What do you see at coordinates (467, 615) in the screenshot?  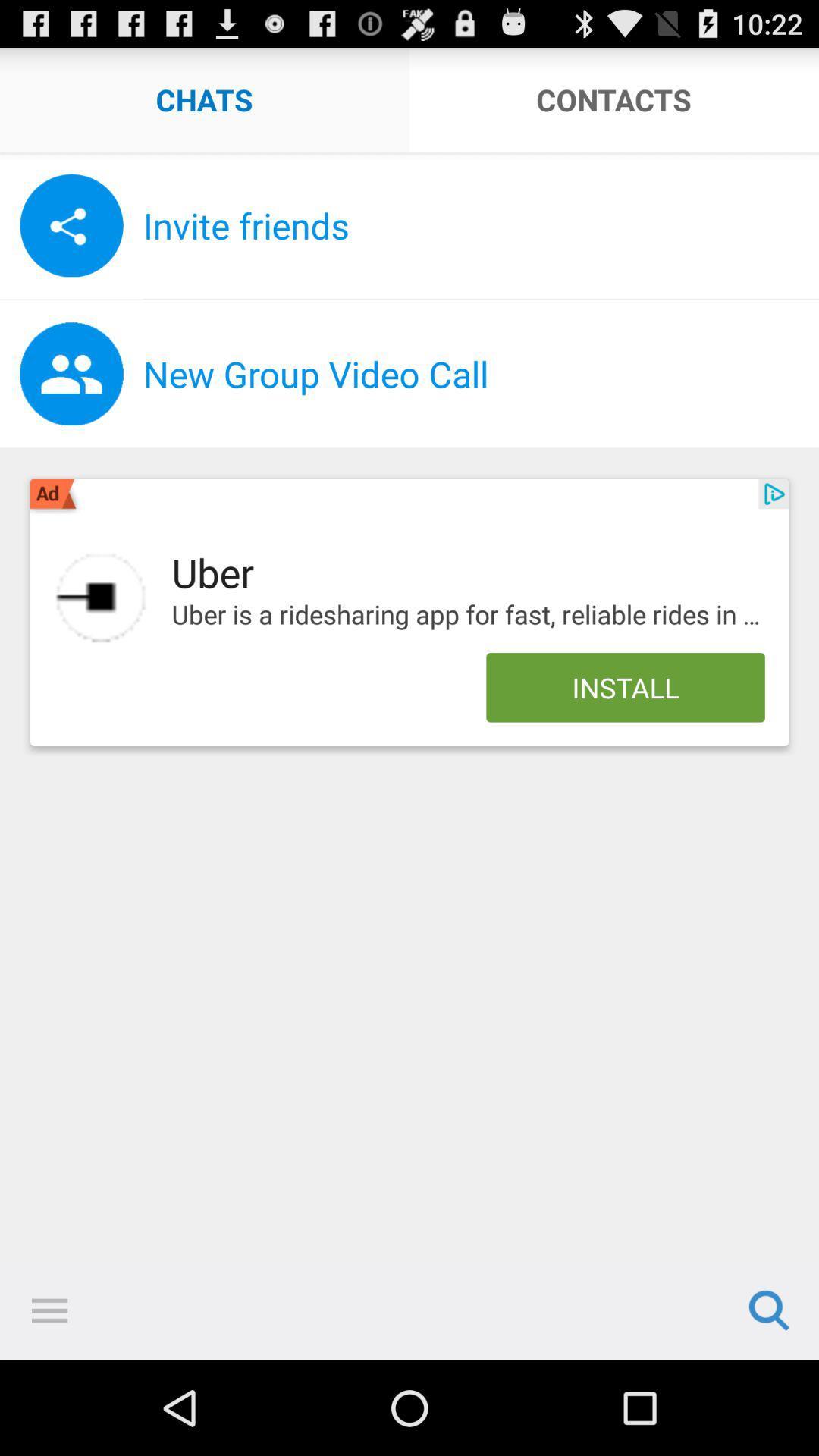 I see `uber is a icon` at bounding box center [467, 615].